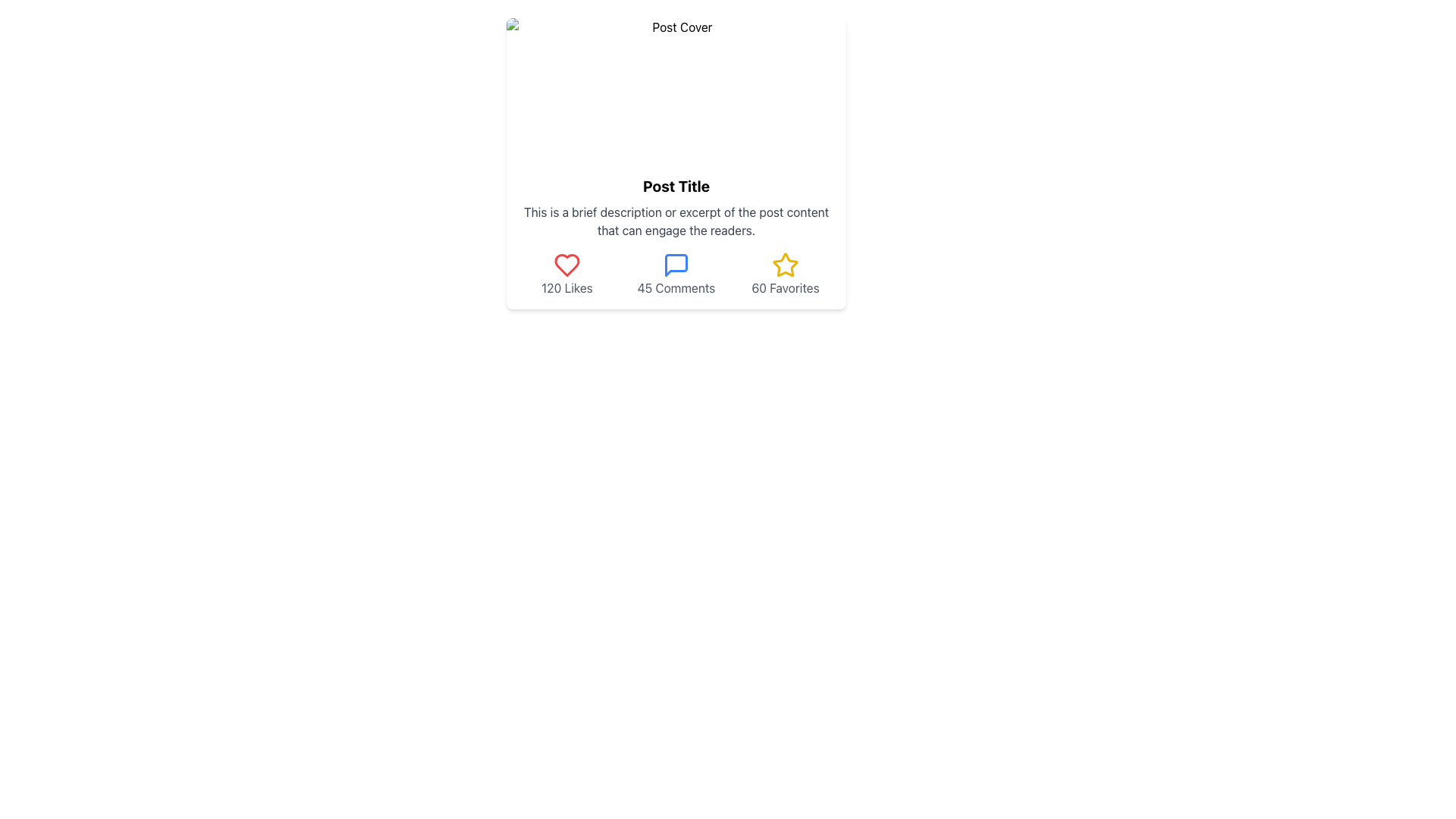 The height and width of the screenshot is (819, 1456). What do you see at coordinates (786, 275) in the screenshot?
I see `the star icon in the interactive group at the bottom-center of the post card layout` at bounding box center [786, 275].